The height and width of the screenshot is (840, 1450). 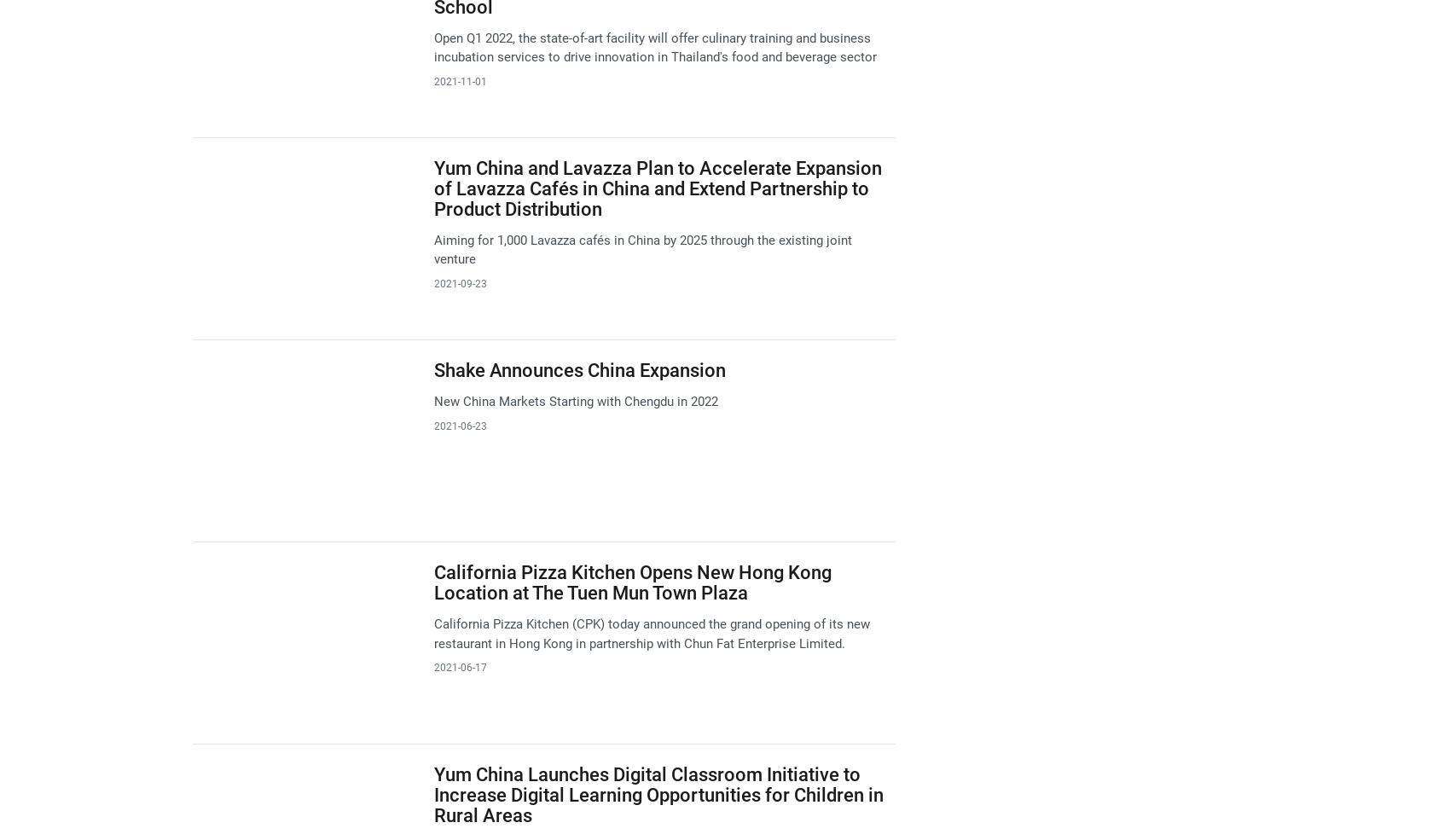 What do you see at coordinates (432, 46) in the screenshot?
I see `'Open Q1 2022, the state-of-art facility will offer culinary training and business incubation services to drive innovation in Thailand's food and beverage sector'` at bounding box center [432, 46].